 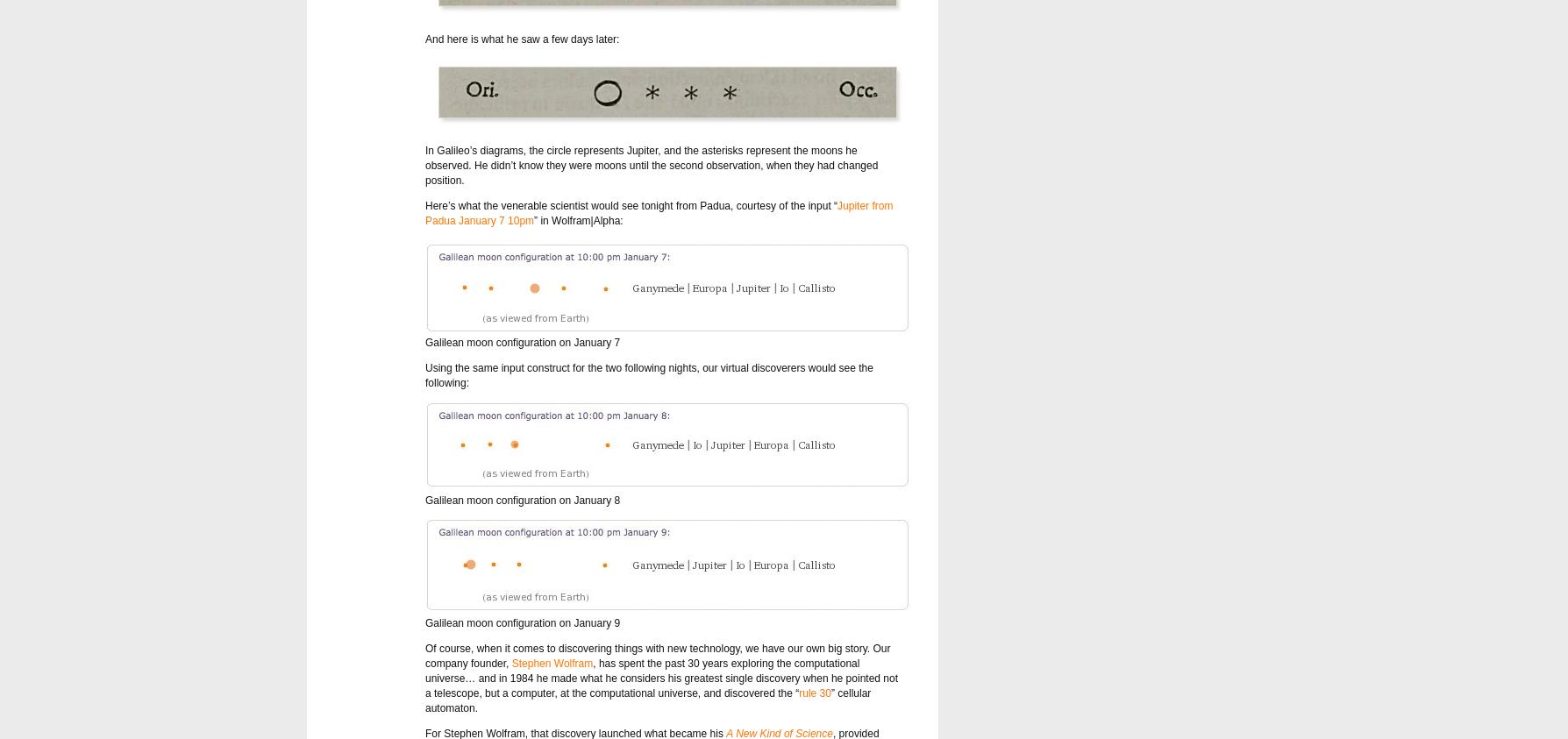 I want to click on 'In Galileo’s diagrams, the circle represents Jupiter, and the asterisks represent the moons he observed. He didn’t know they were moons until the second observation, when they had changed position.', so click(x=650, y=166).